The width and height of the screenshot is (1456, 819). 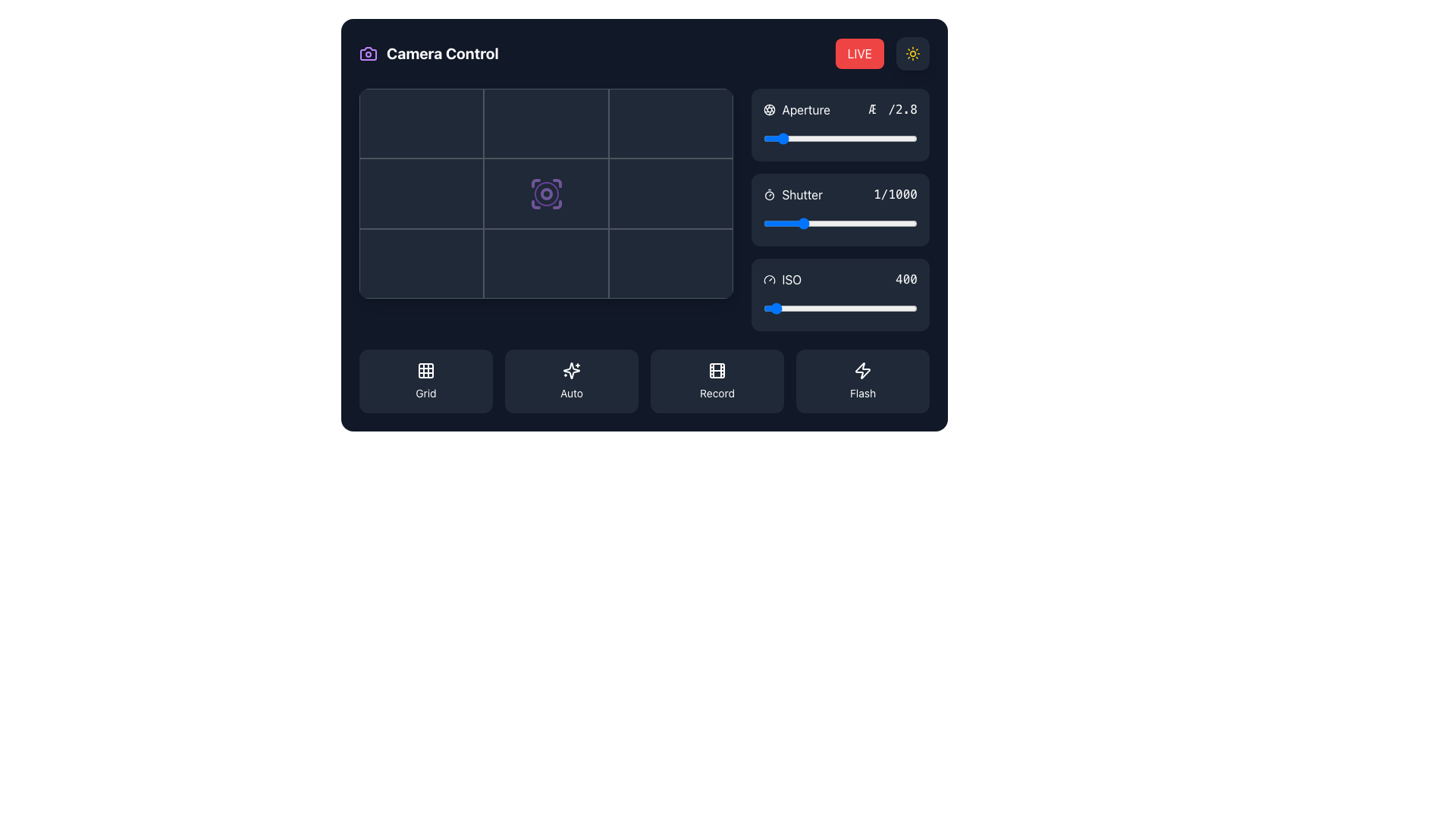 I want to click on the shutter speed, so click(x=775, y=223).